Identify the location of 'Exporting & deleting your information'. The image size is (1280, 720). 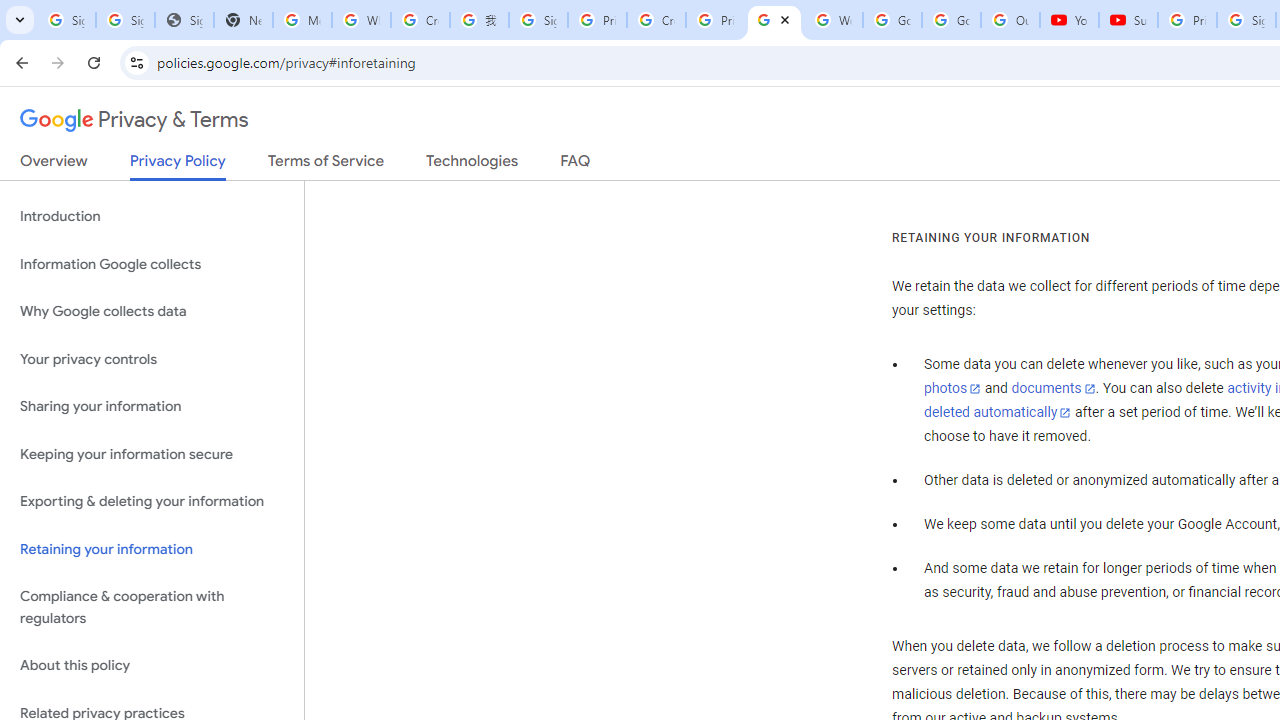
(151, 501).